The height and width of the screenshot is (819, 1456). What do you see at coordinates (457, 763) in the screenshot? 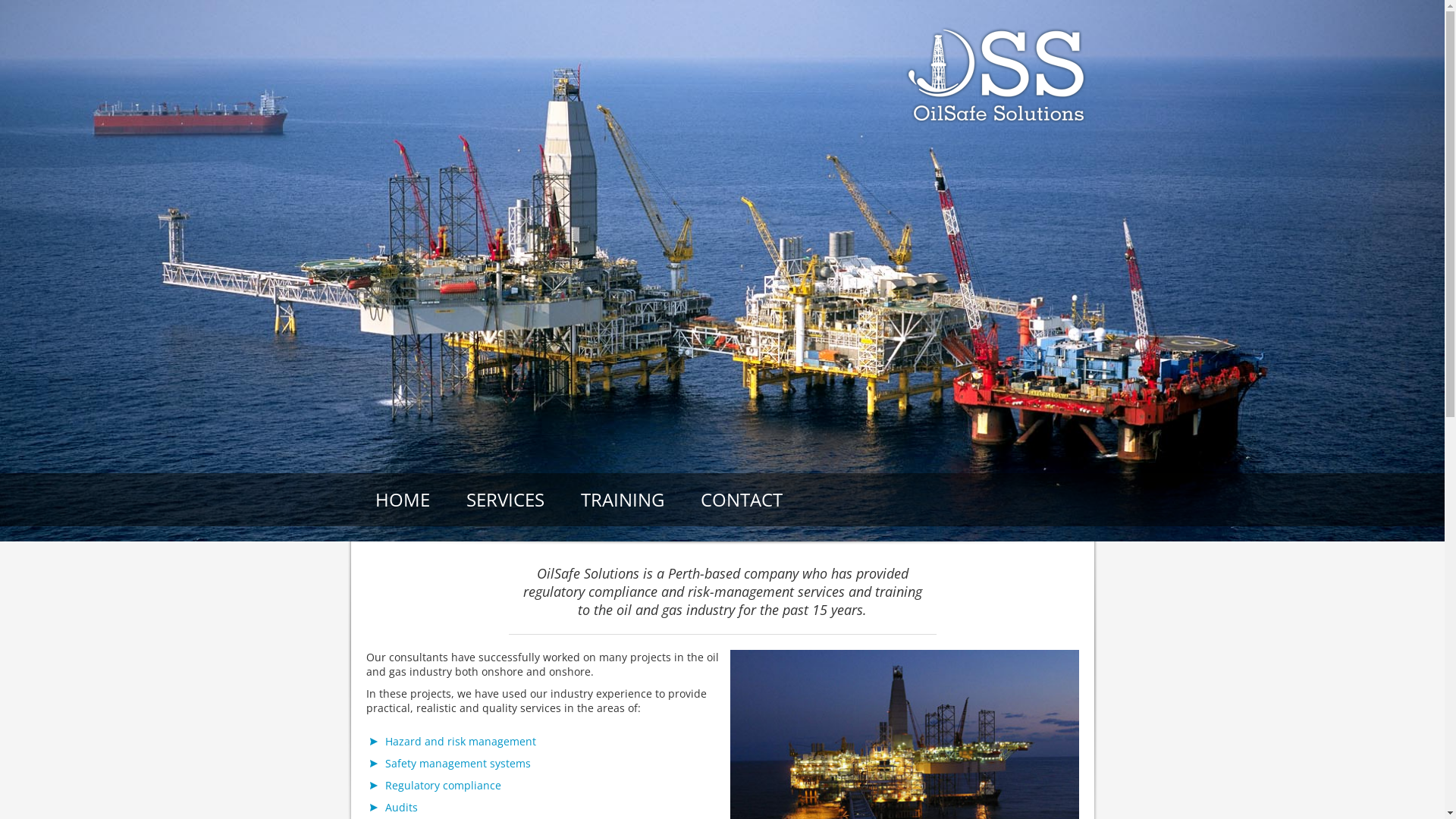
I see `'Safety management systems'` at bounding box center [457, 763].